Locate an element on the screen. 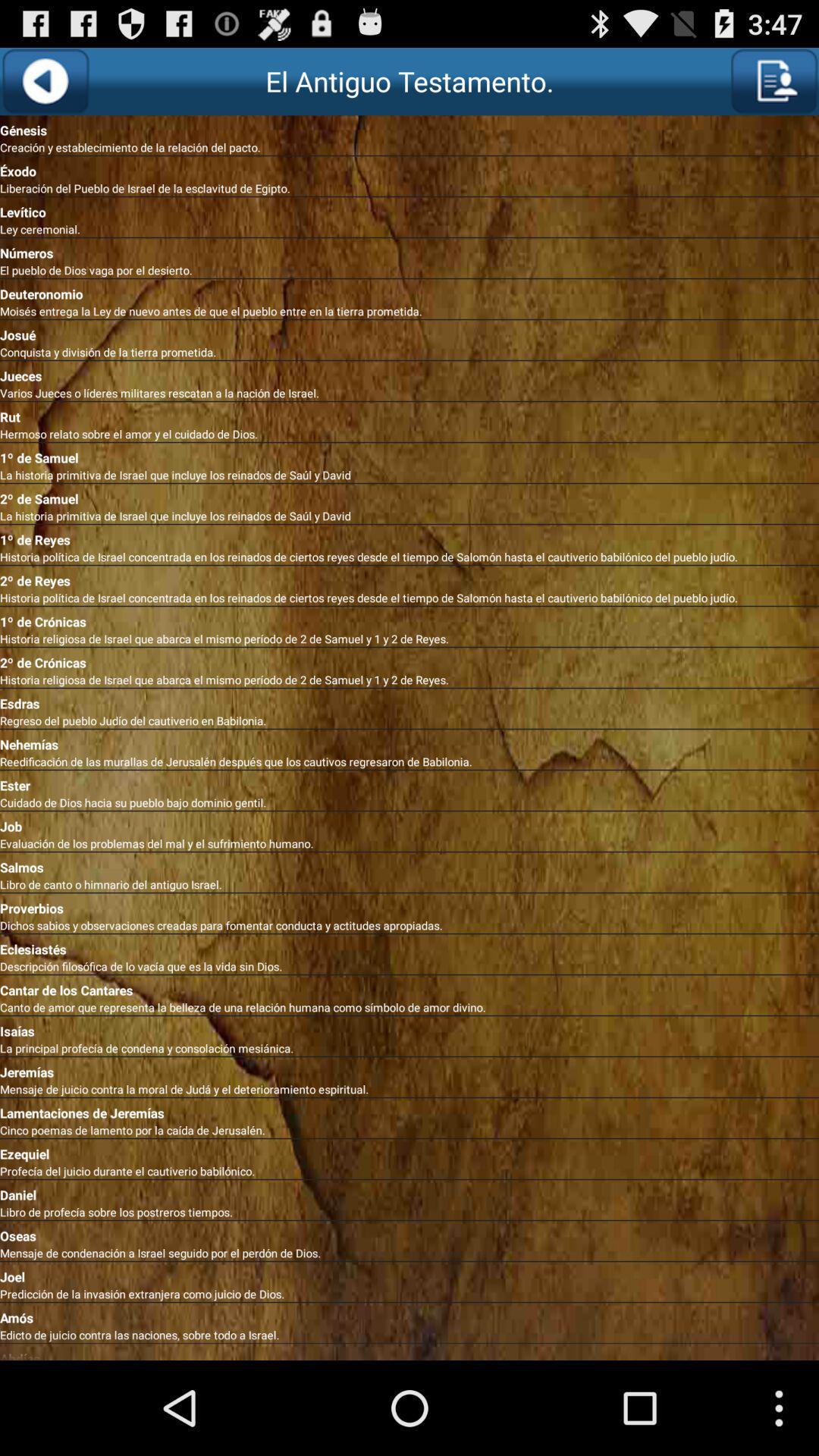 This screenshot has height=1456, width=819. the cinco poemas de item is located at coordinates (409, 1130).